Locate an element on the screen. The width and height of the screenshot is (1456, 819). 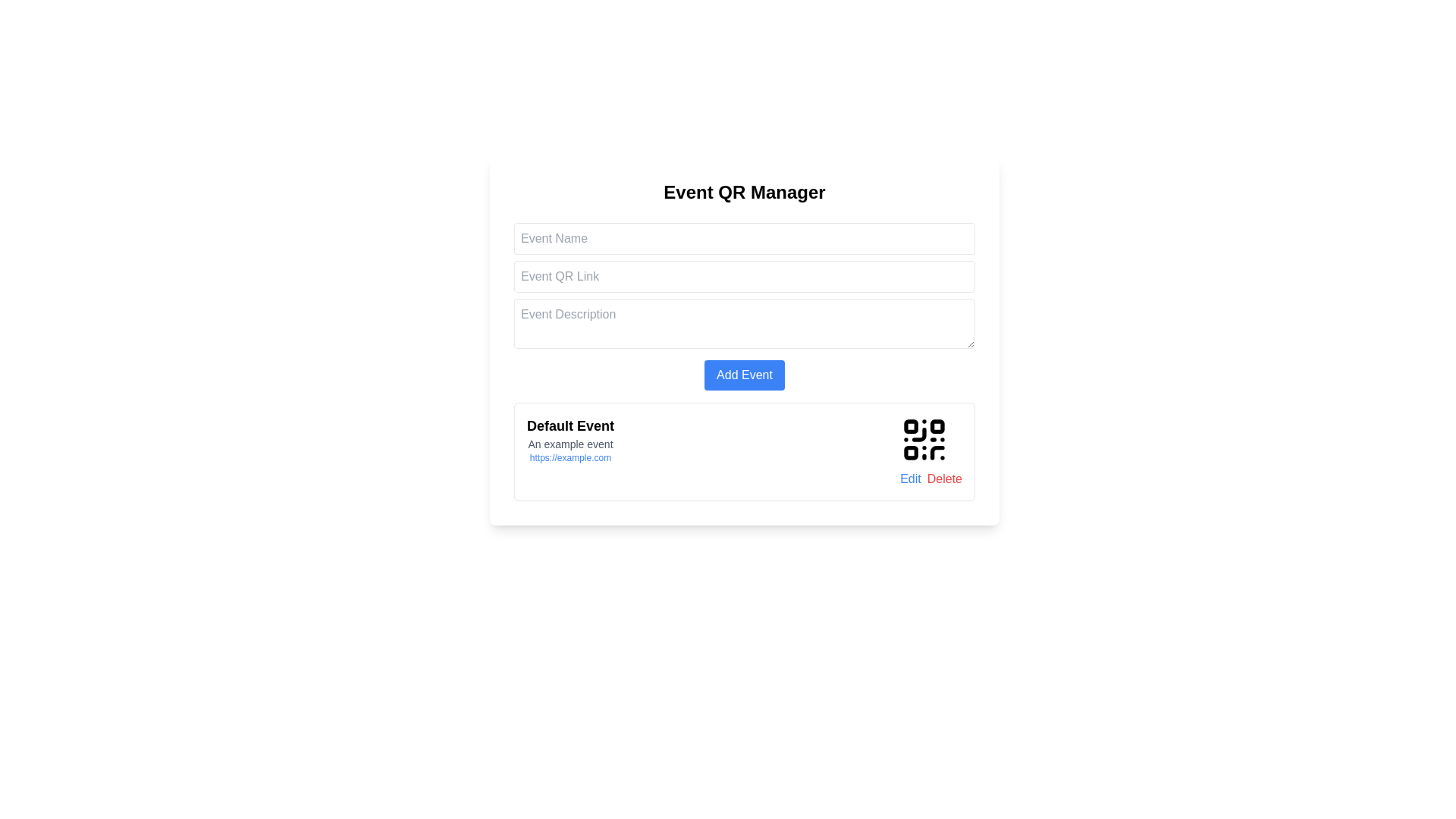
the decorative square with rounded corners, styled in black fill, located as the second square from the left in the top row of the QR code within the 'Default Event' card is located at coordinates (937, 426).